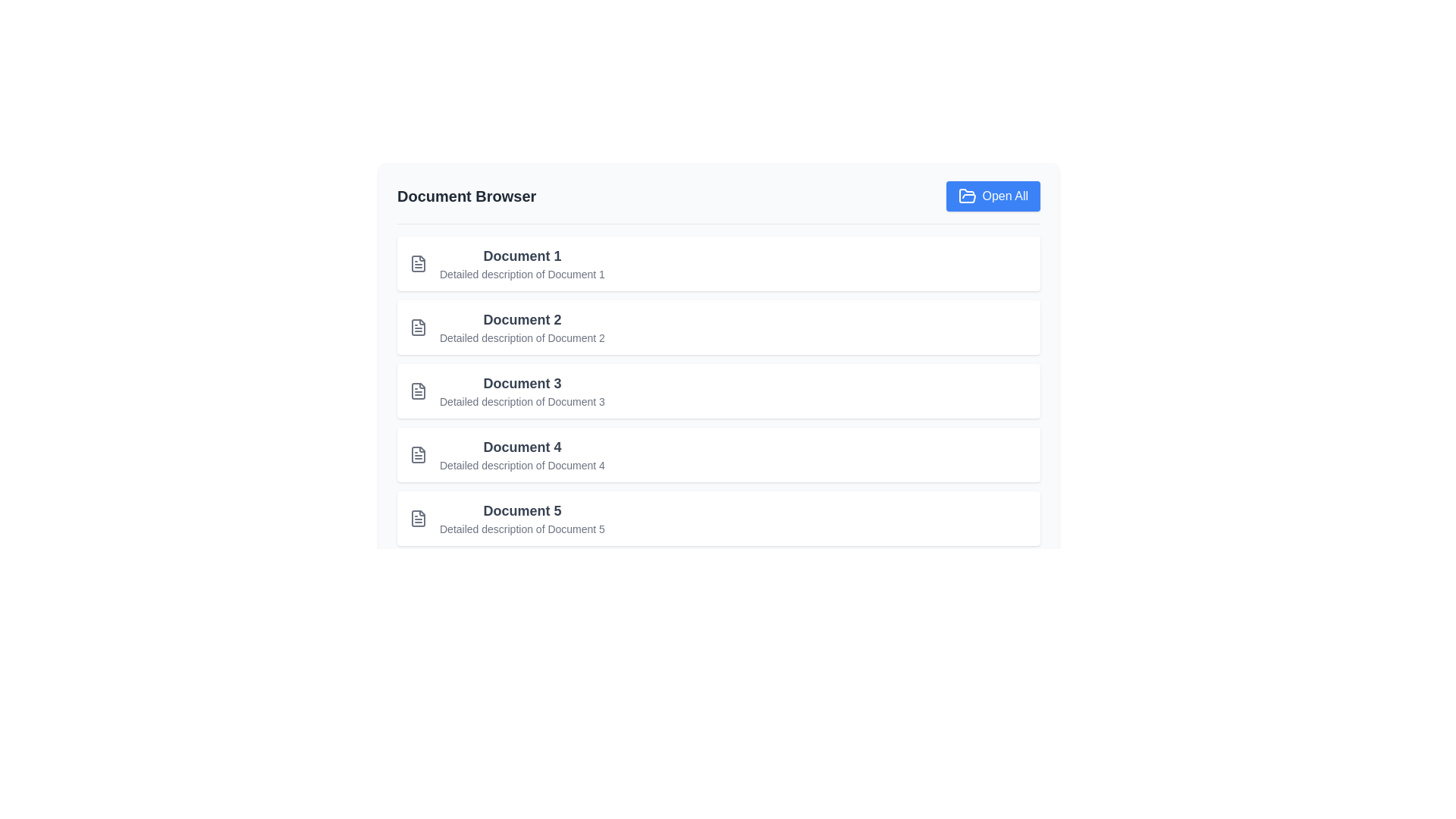 Image resolution: width=1456 pixels, height=819 pixels. I want to click on the document icon representing 'Document 3', so click(419, 391).